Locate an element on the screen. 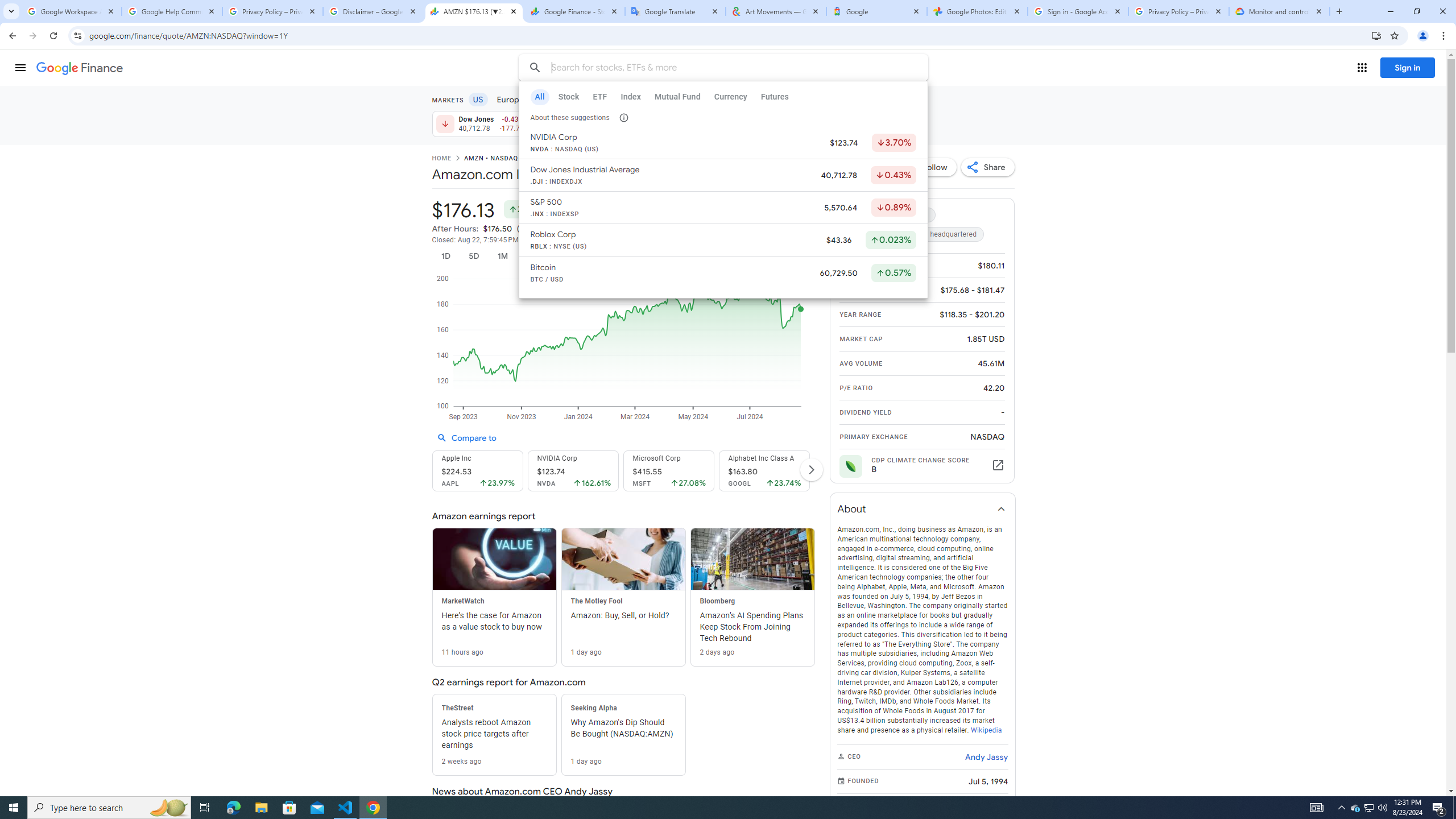 The image size is (1456, 819). 'Currency' is located at coordinates (730, 96).